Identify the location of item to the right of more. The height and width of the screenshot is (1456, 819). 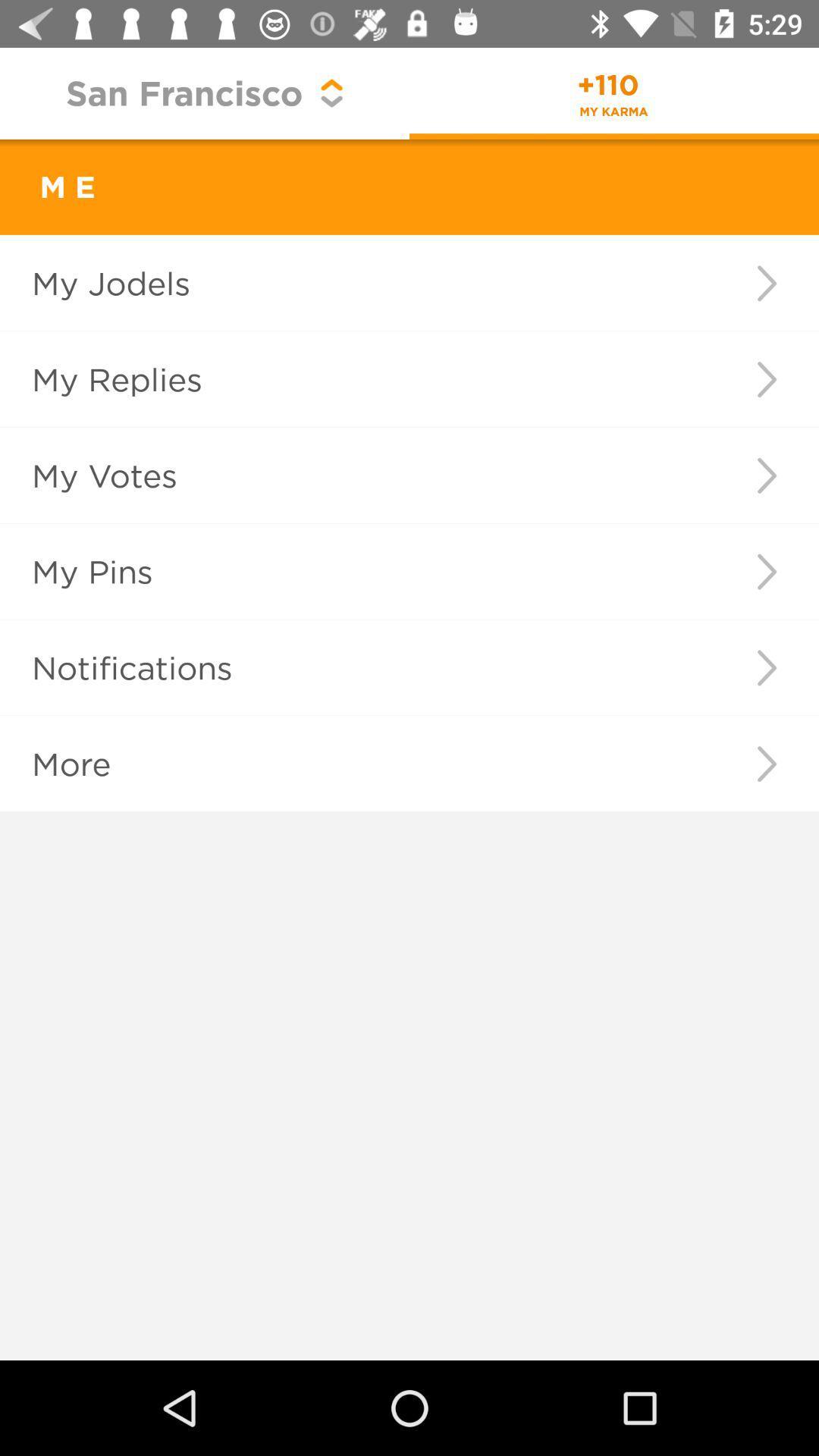
(767, 764).